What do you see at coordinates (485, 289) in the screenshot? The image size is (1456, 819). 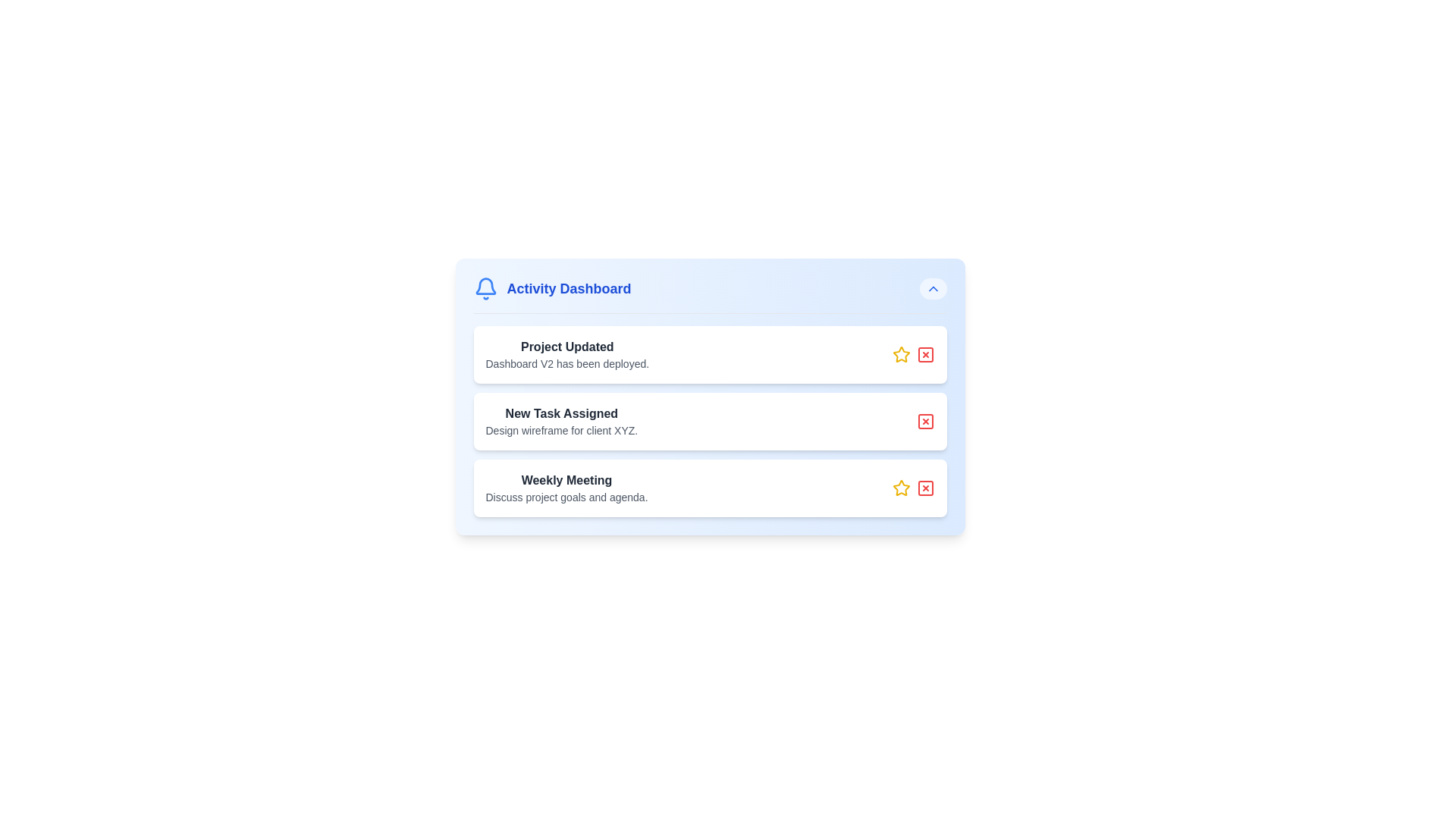 I see `the blue bell icon located at the far left of the header section in the 'Activity Dashboard'` at bounding box center [485, 289].